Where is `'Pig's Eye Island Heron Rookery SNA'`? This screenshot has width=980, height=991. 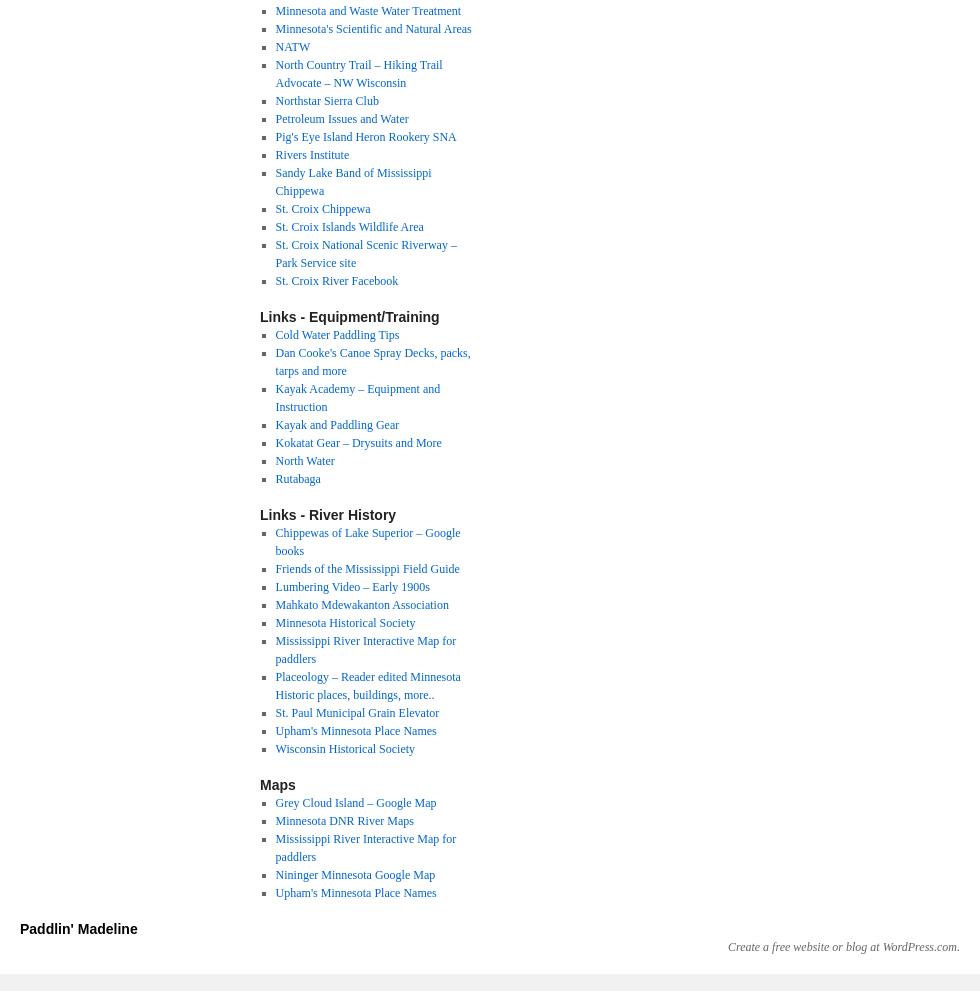 'Pig's Eye Island Heron Rookery SNA' is located at coordinates (274, 136).